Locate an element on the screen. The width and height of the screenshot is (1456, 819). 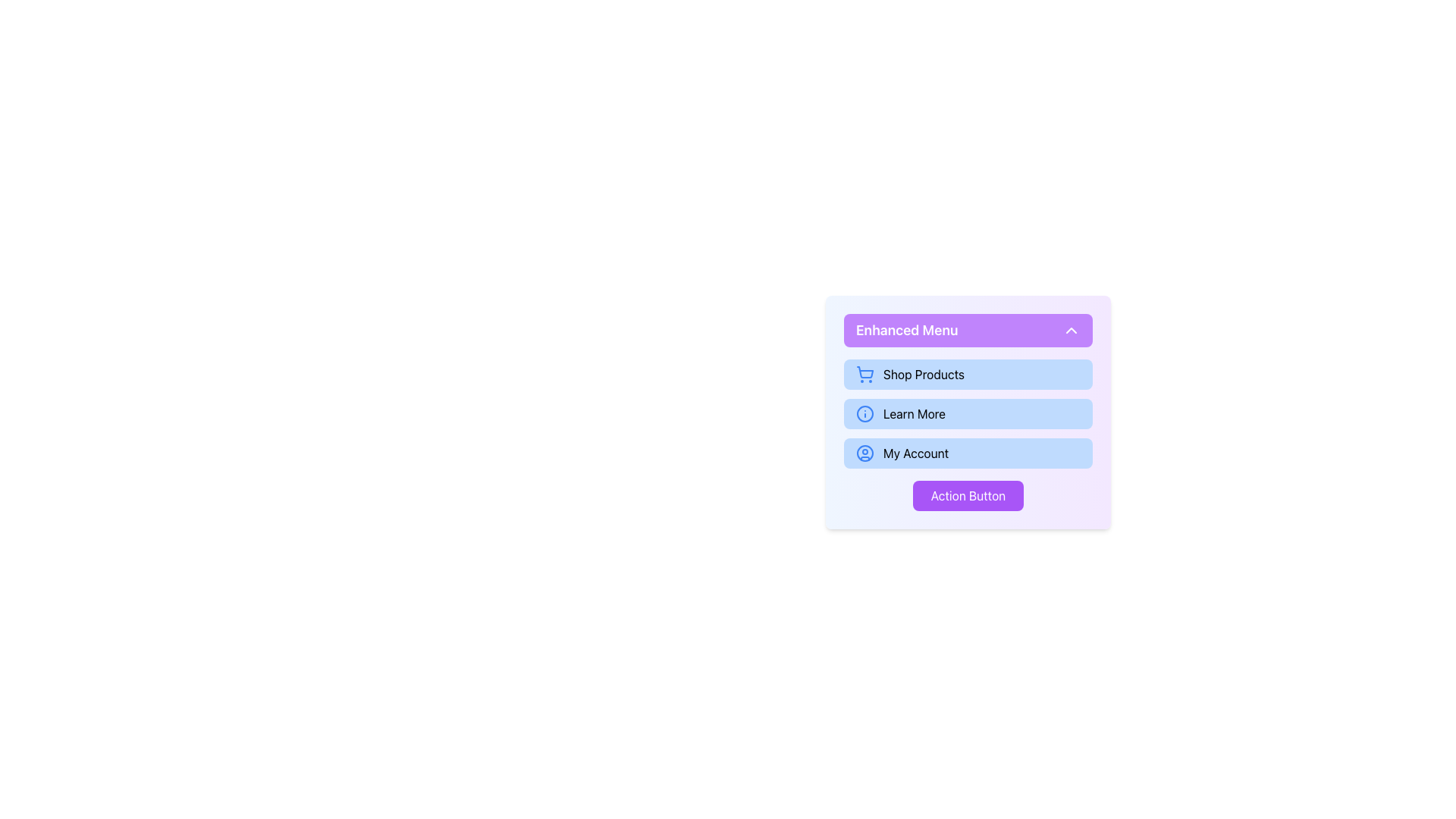
the information icon, which is a circular icon with a blue outline featuring a vertical line and a dot inside, located to the left of the 'Learn More' text in the second row under the 'Enhanced Menu' heading is located at coordinates (865, 414).